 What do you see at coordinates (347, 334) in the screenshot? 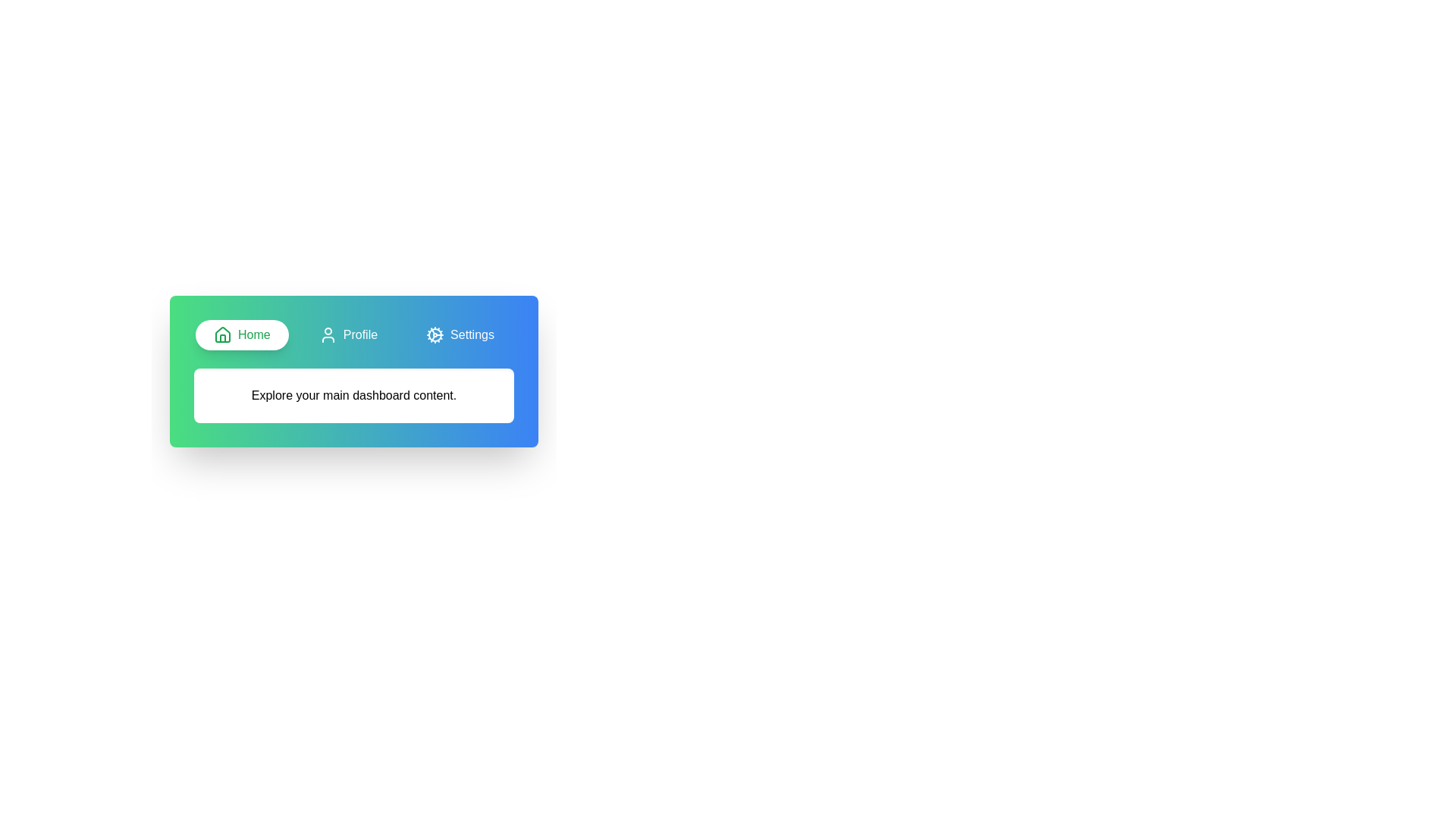
I see `the Profile tab to activate it` at bounding box center [347, 334].